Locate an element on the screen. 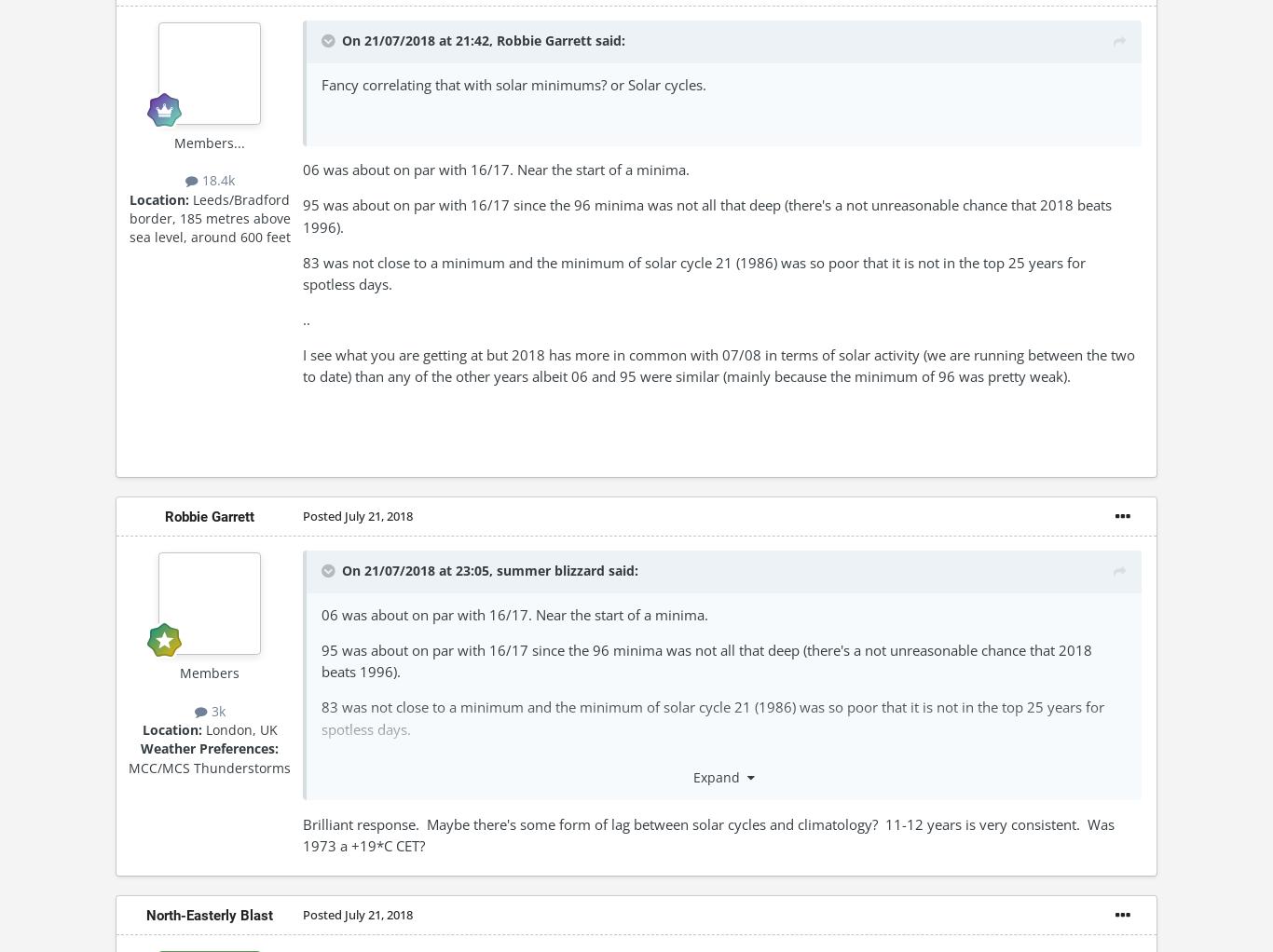  'Members' is located at coordinates (208, 673).